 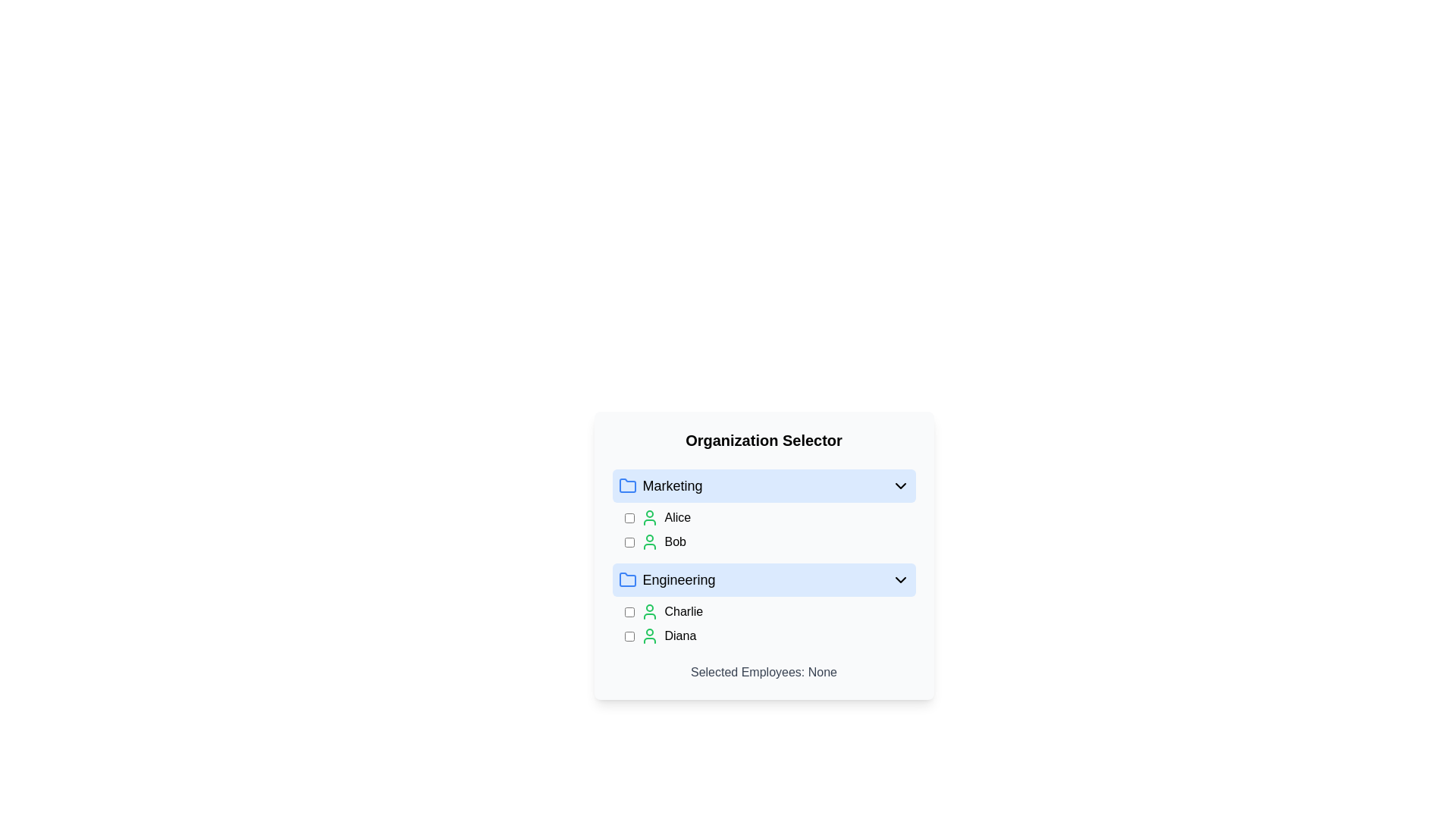 What do you see at coordinates (676, 516) in the screenshot?
I see `the static text element displaying the name 'Alice', which is located in the 'Marketing' section, aligned to the right of the user icon and checkbox, specifically in the second row of the list` at bounding box center [676, 516].